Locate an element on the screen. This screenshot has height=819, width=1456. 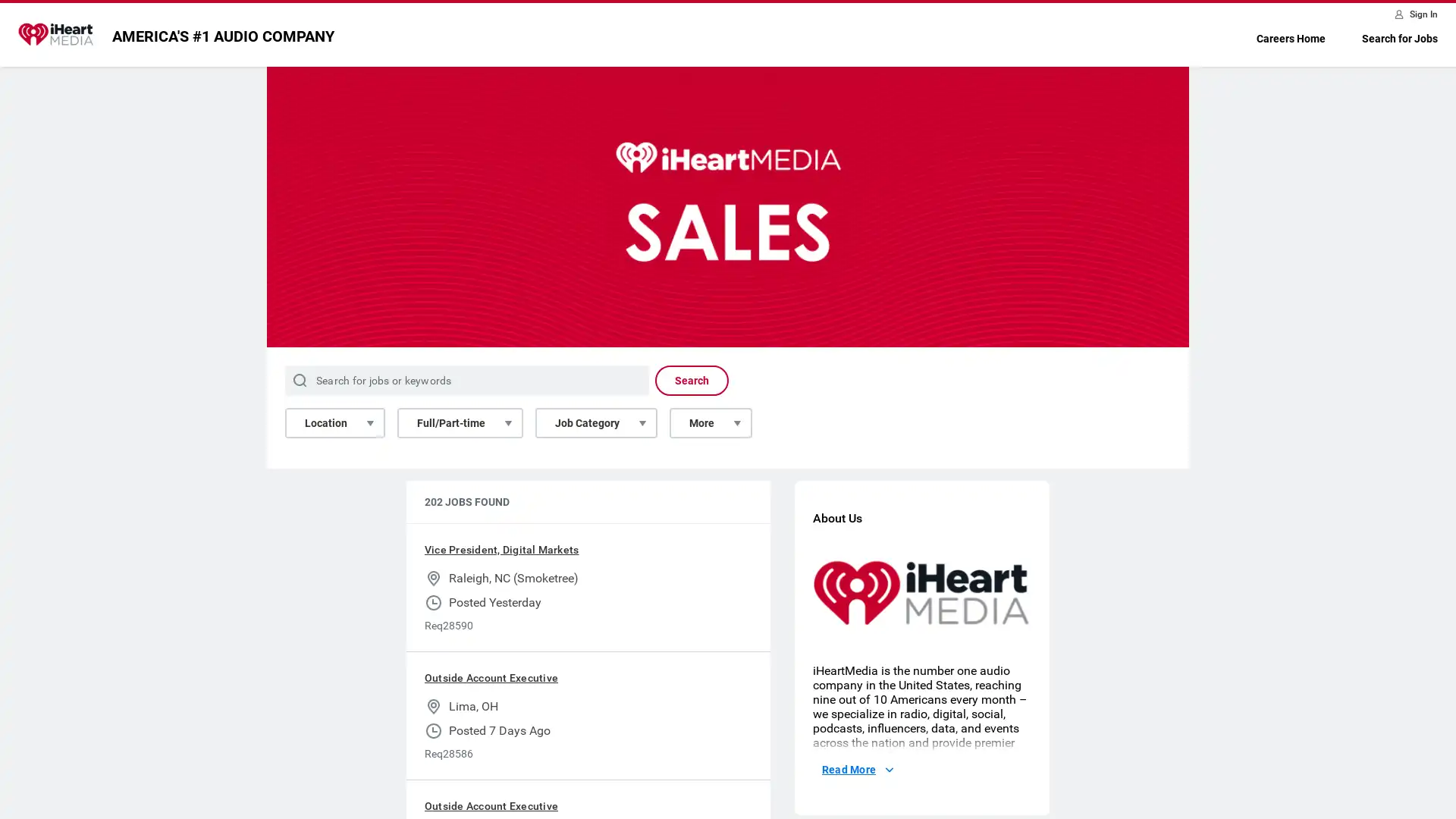
Job Category is located at coordinates (595, 423).